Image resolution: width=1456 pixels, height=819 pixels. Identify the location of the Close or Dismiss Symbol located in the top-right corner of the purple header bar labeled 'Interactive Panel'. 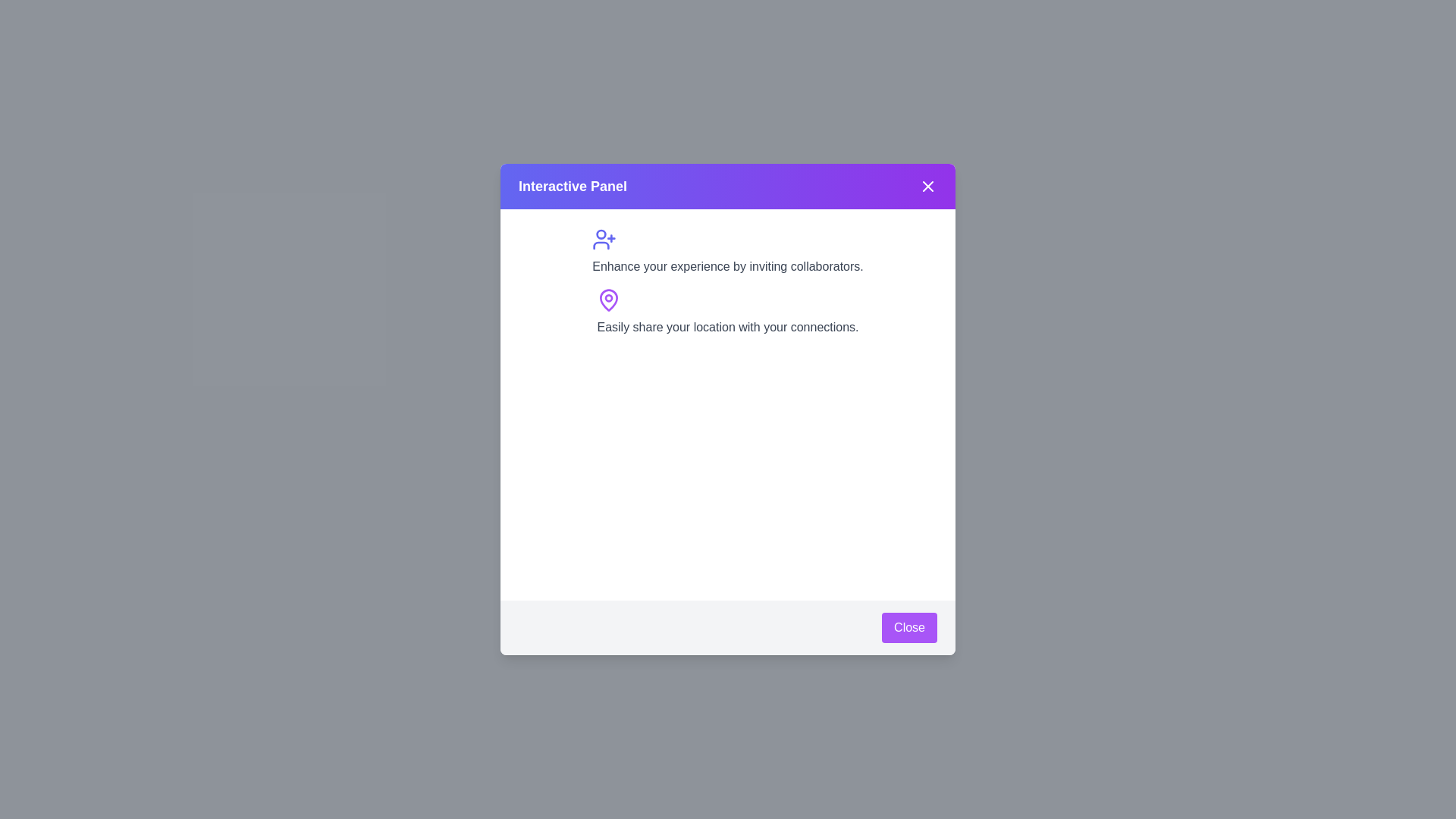
(927, 186).